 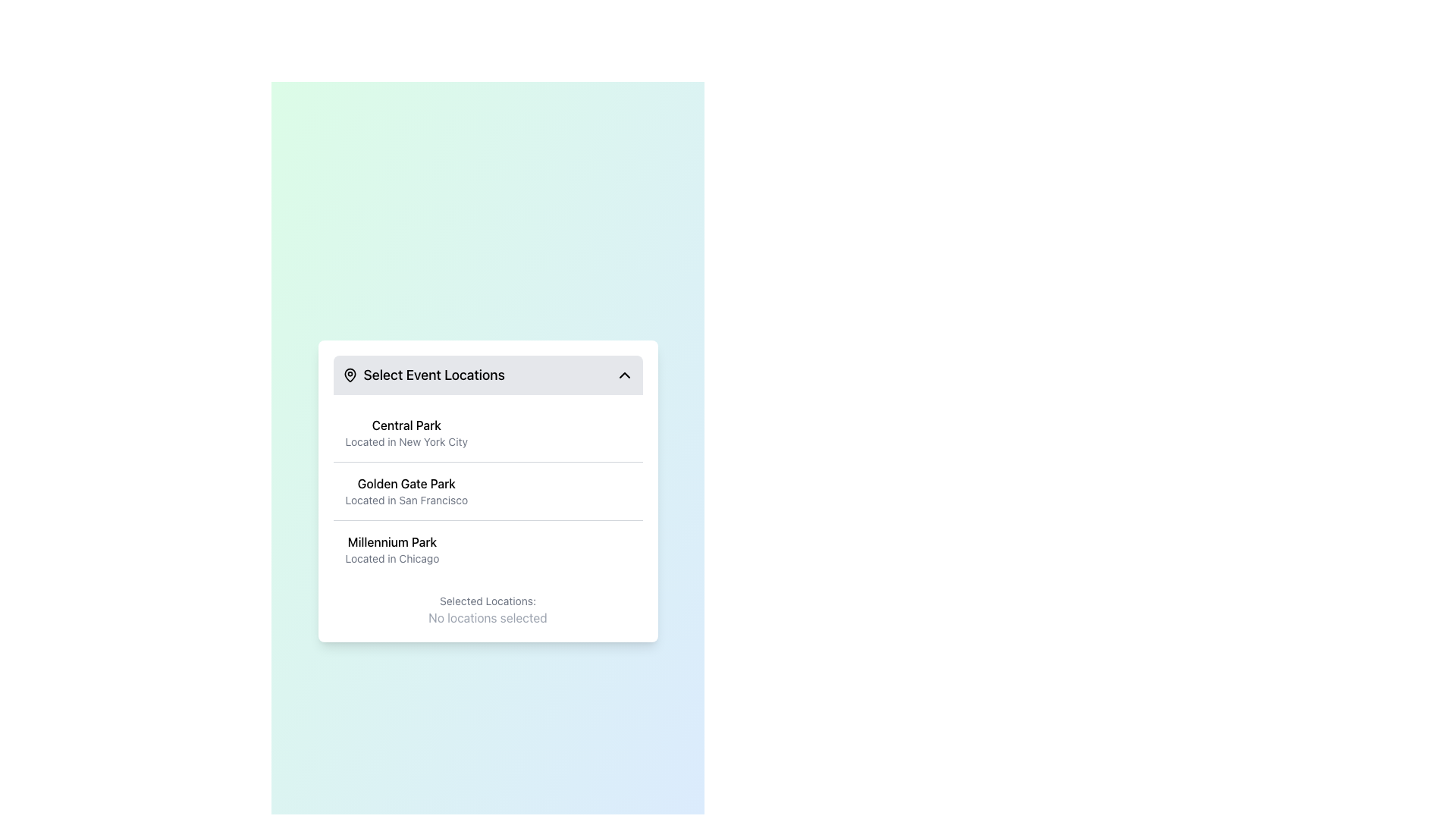 I want to click on the list item element titled 'Central Park', so click(x=488, y=432).